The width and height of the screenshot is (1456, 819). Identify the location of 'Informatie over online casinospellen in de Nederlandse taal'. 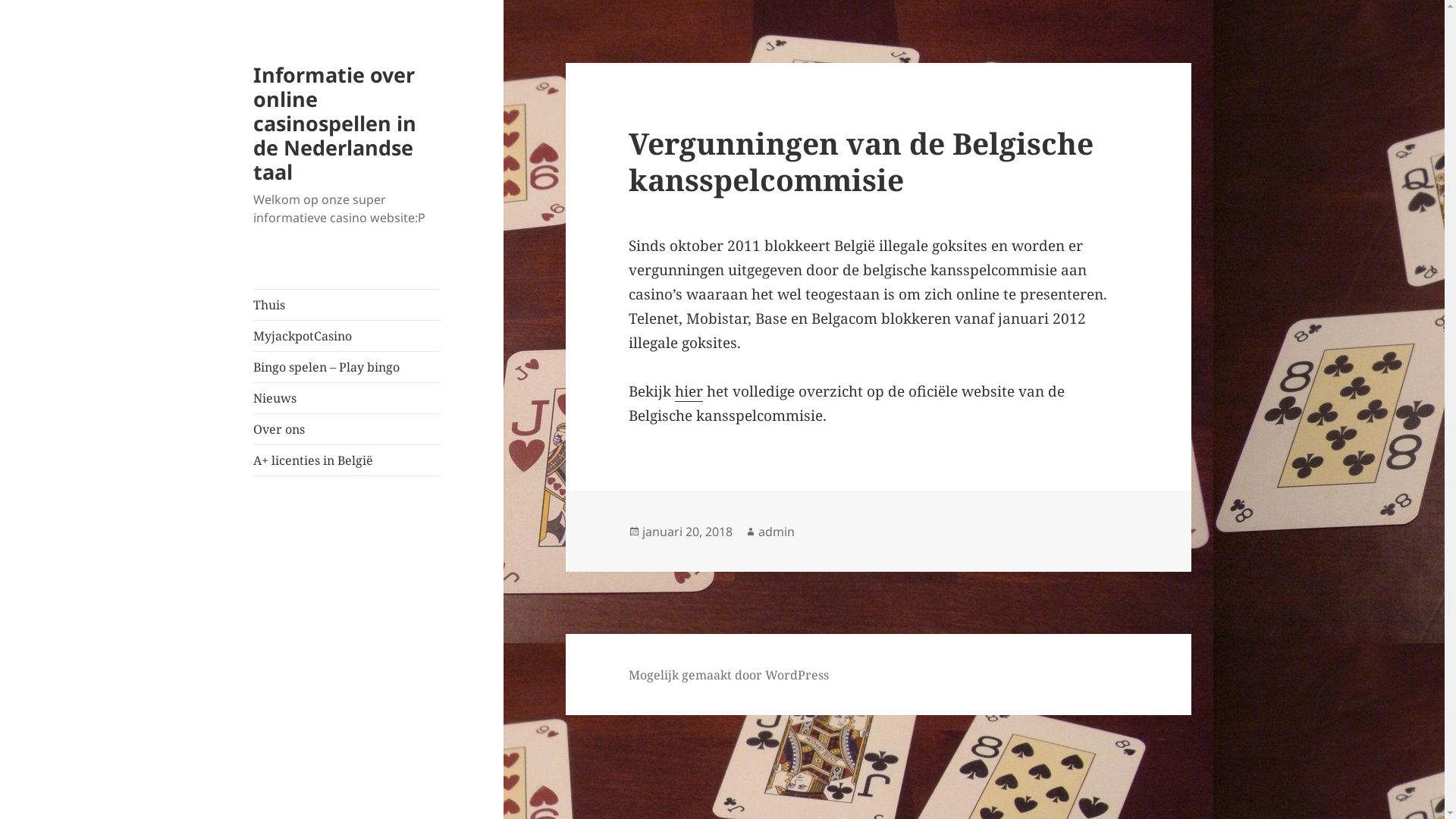
(334, 122).